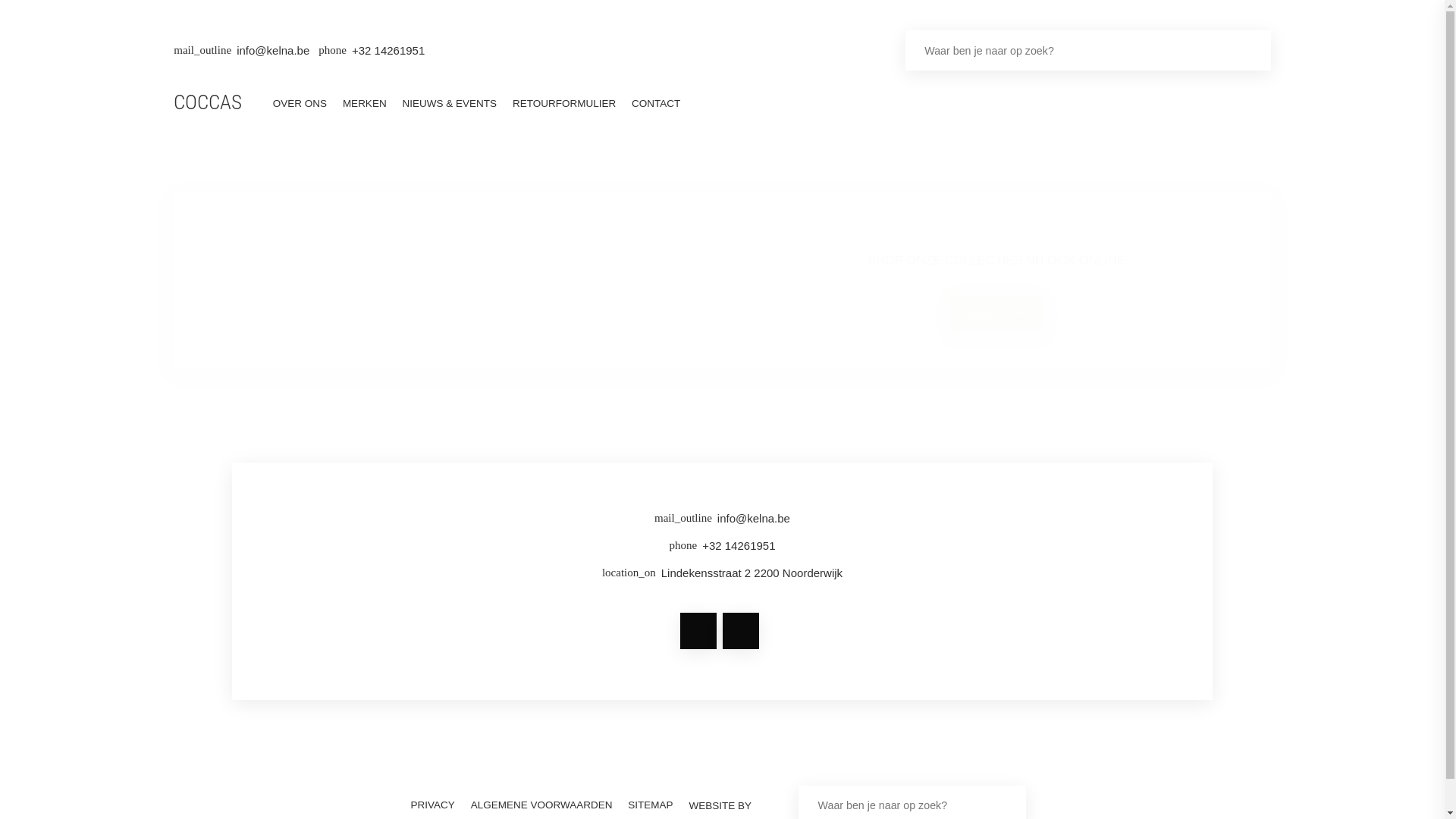  What do you see at coordinates (739, 631) in the screenshot?
I see `'COCCAS Instagram'` at bounding box center [739, 631].